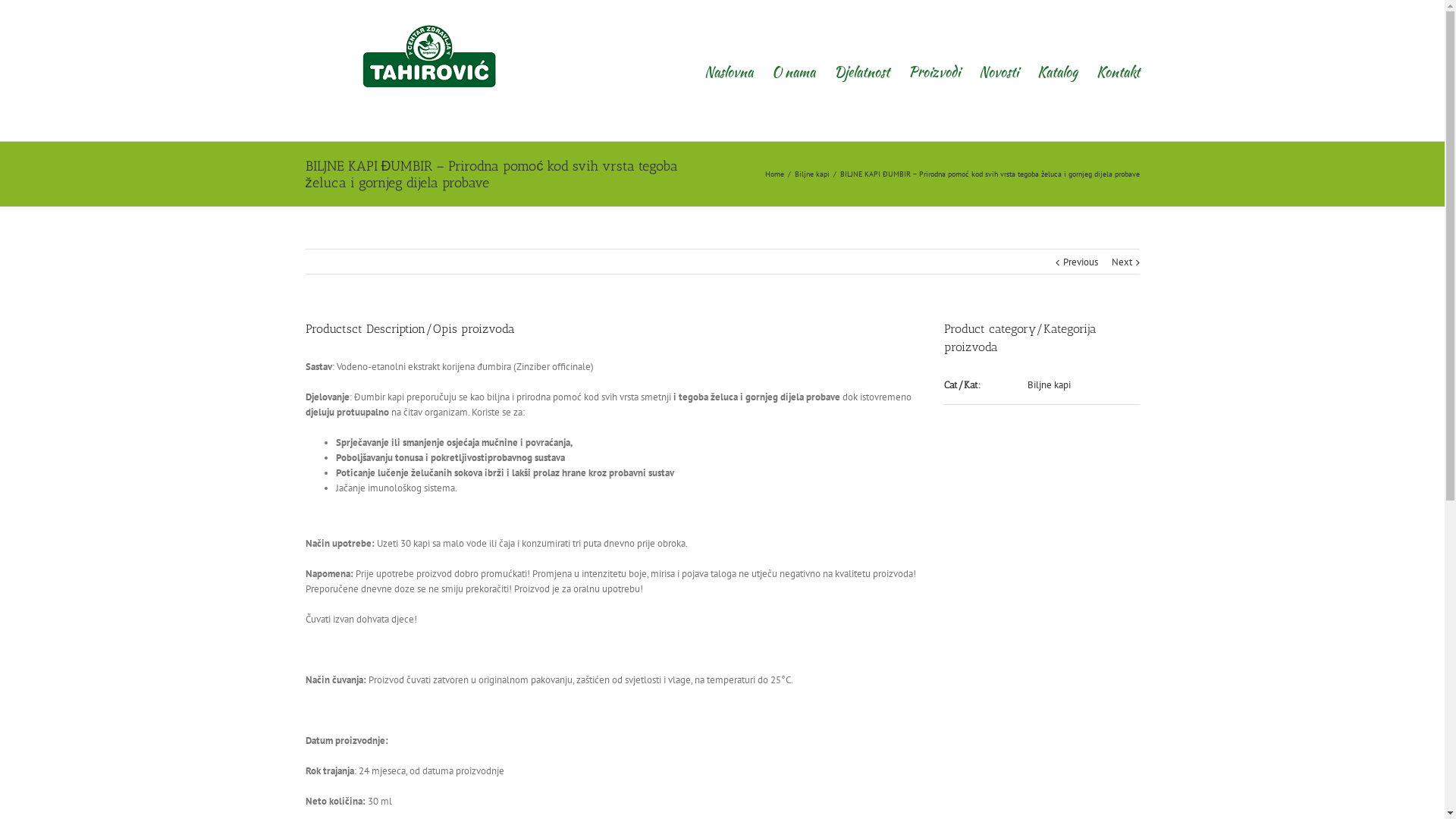  What do you see at coordinates (1048, 384) in the screenshot?
I see `'Biljne kapi'` at bounding box center [1048, 384].